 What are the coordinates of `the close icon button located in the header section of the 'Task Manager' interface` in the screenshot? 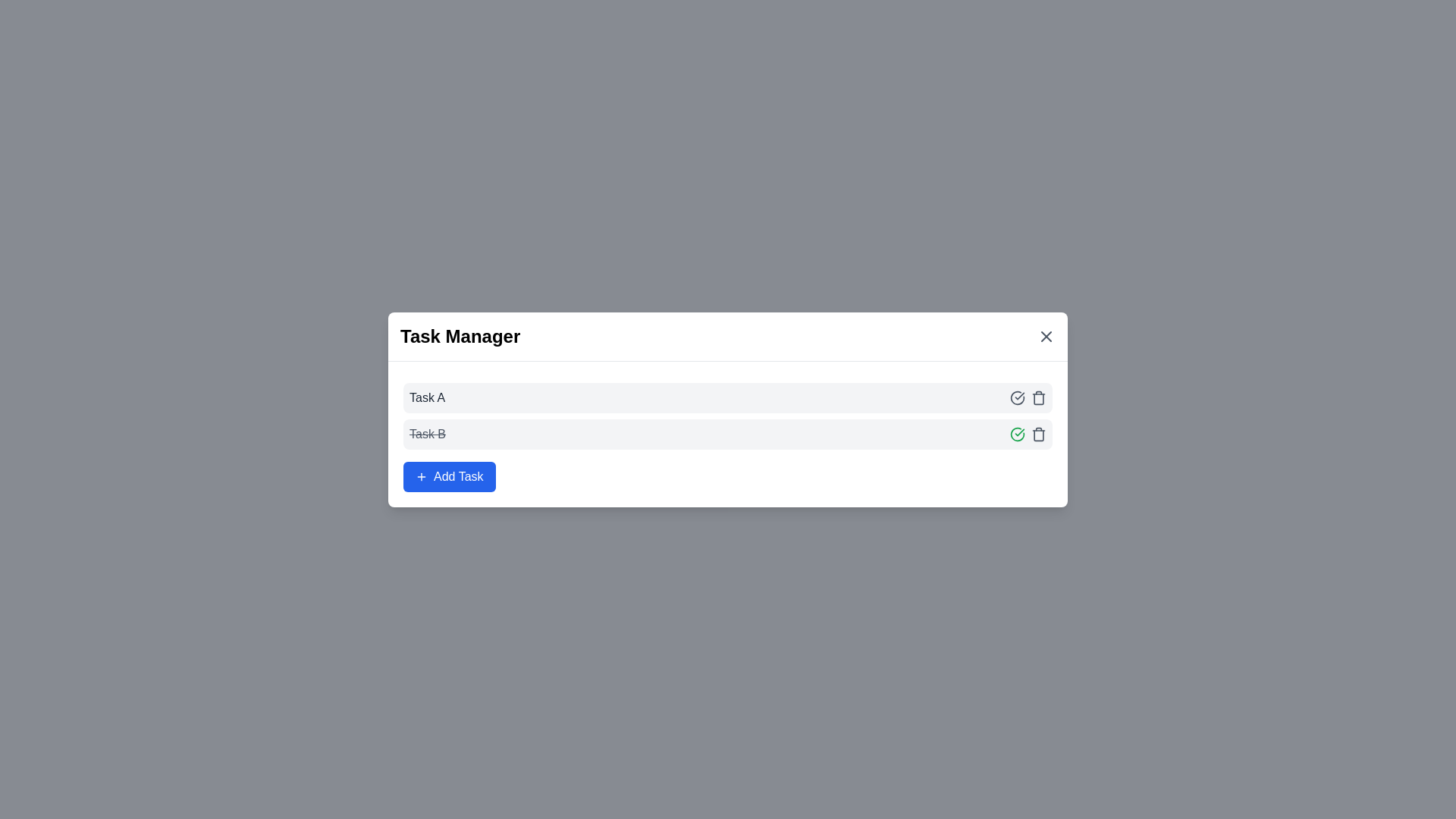 It's located at (1046, 335).